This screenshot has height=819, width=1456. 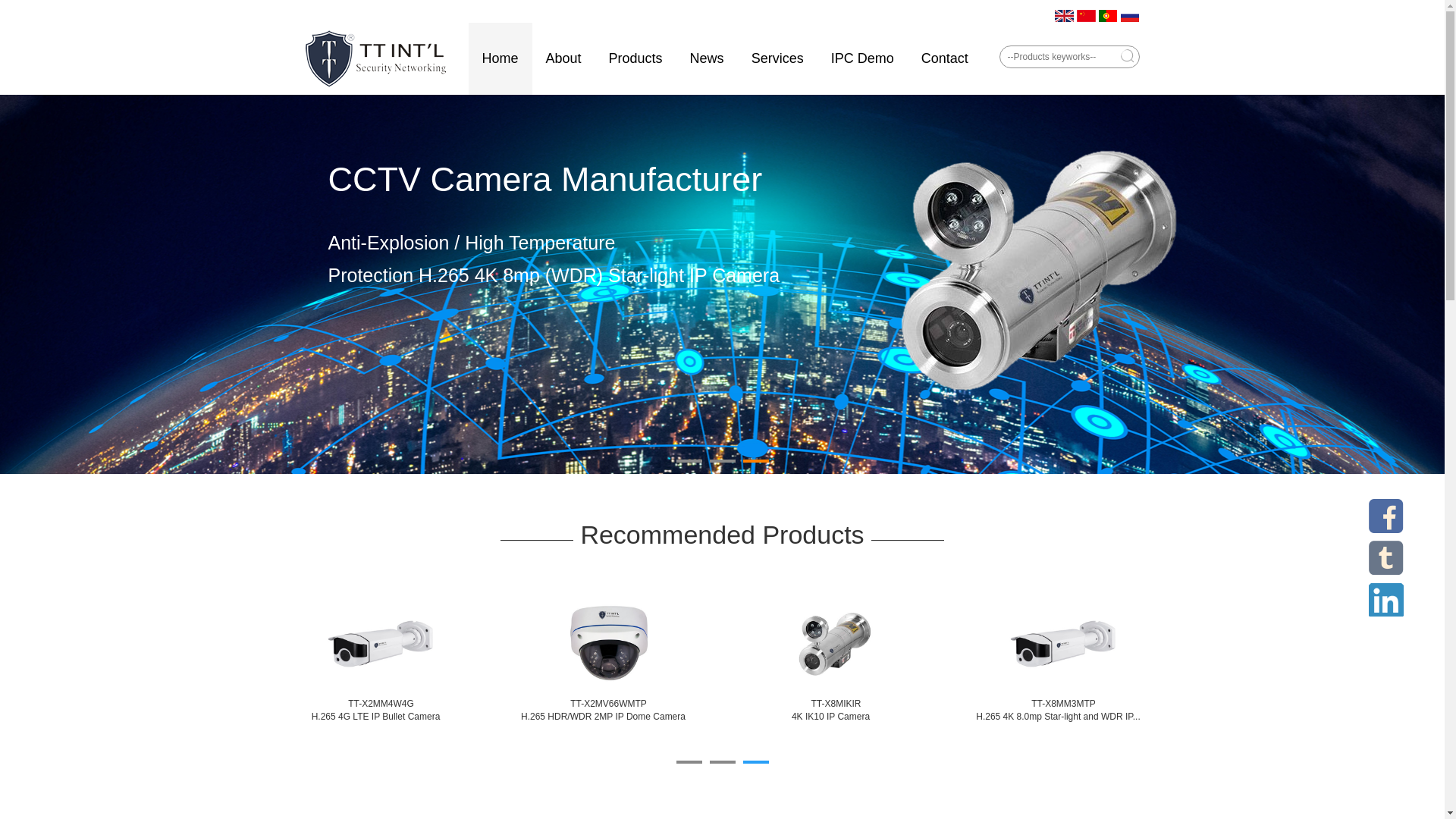 I want to click on 'Contact', so click(x=944, y=58).